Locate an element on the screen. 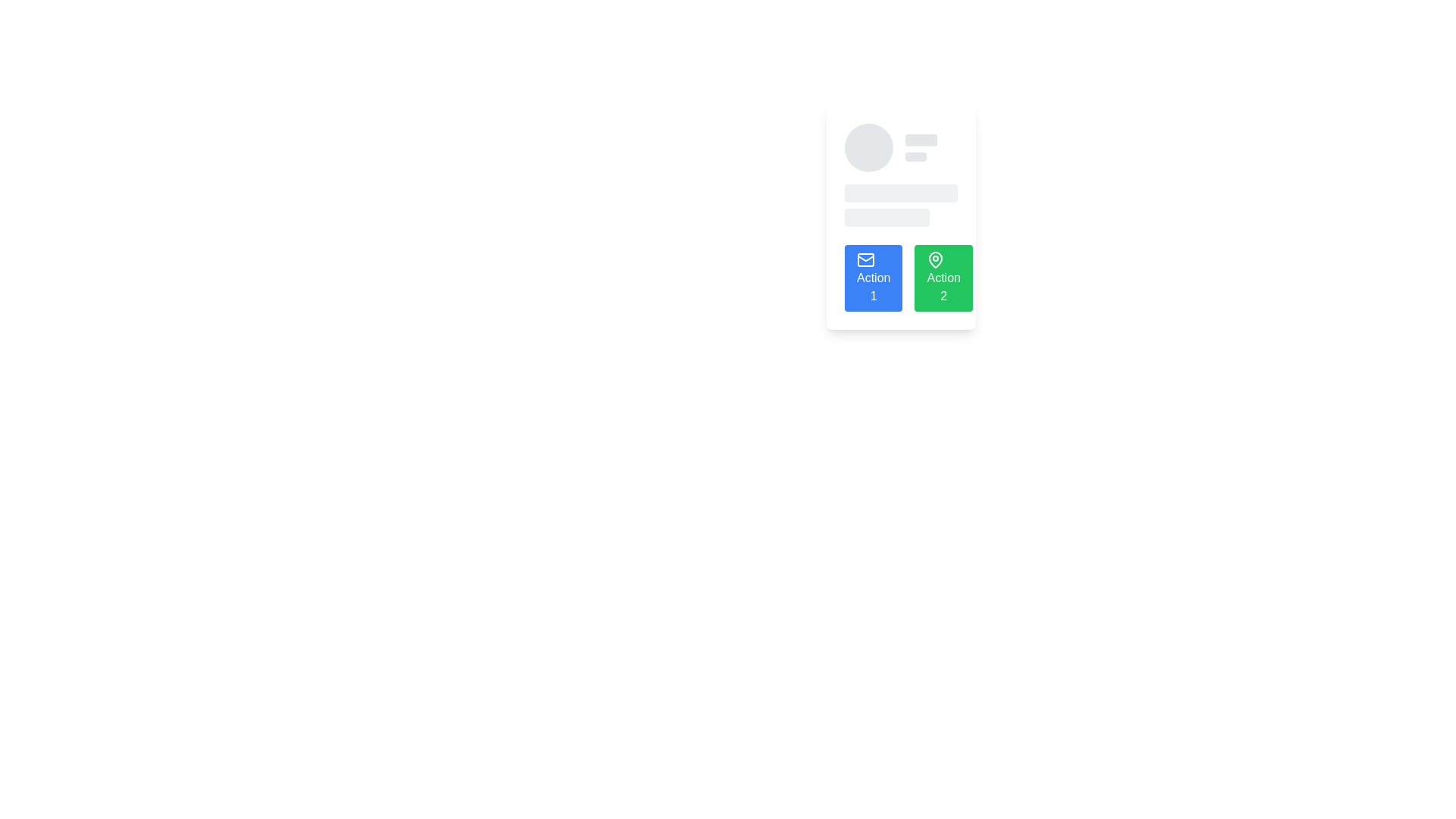 The height and width of the screenshot is (819, 1456). the pin icon located inside the green button representing 'Action 2', which is situated to the right of the blue button labeled 'Action 1' is located at coordinates (935, 259).